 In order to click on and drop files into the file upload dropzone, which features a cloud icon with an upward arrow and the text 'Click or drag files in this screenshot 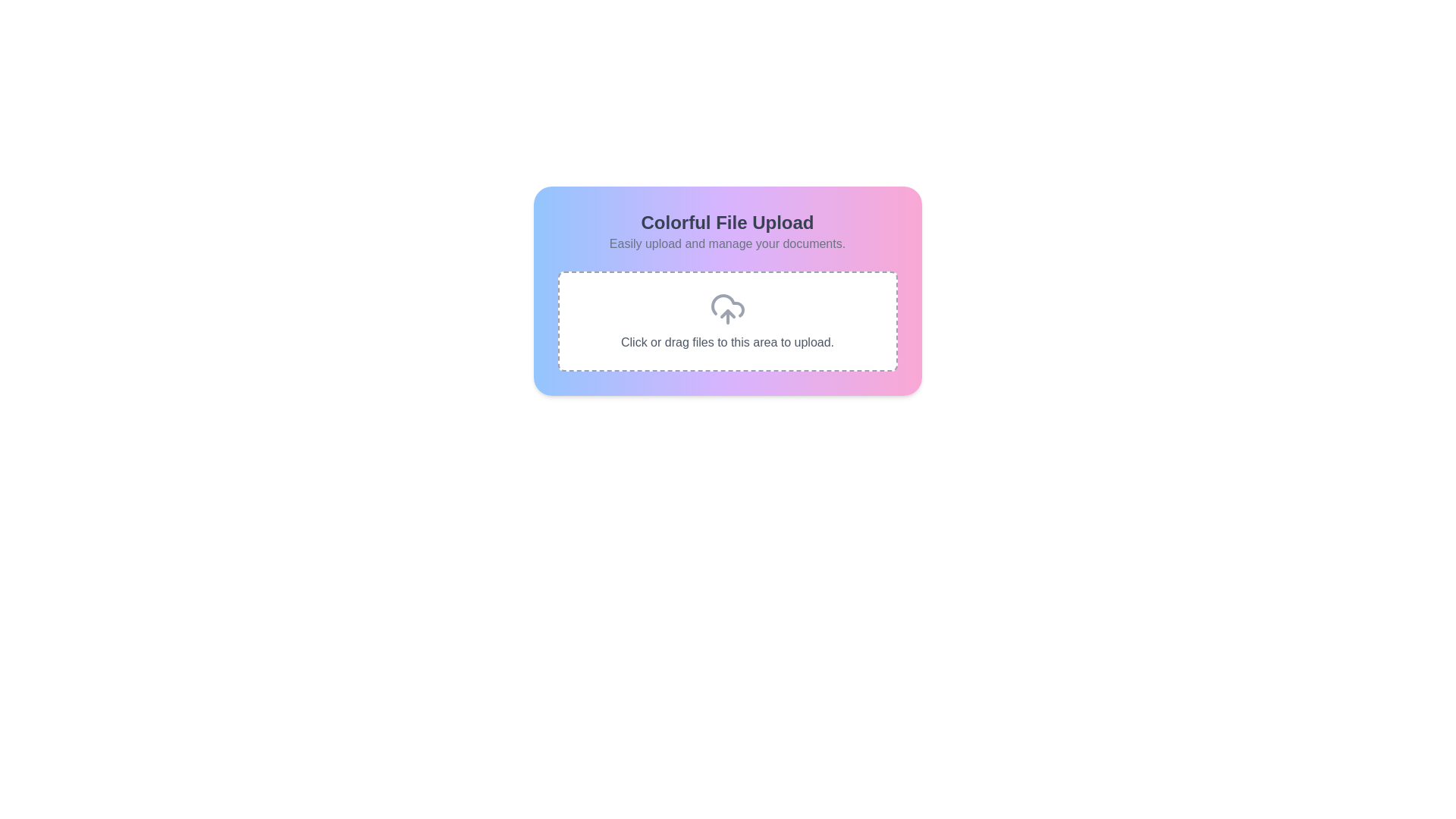, I will do `click(726, 321)`.